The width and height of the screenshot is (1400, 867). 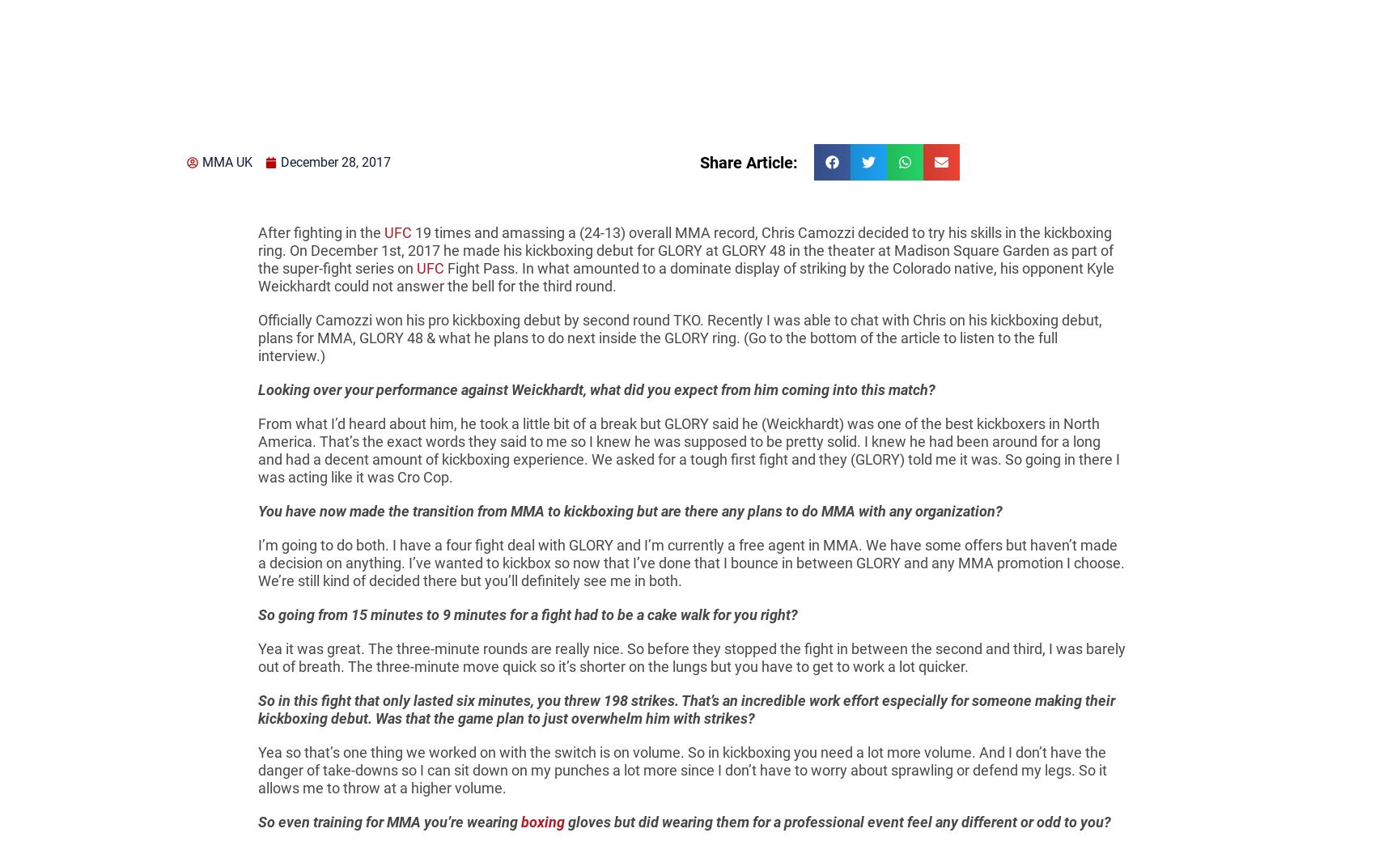 I want to click on 'Yea it was great. The three-minute rounds are really nice. So before they stopped the fight in between the second and third, I was barely out of breath. The three-minute move quick so it’s shorter on the lungs but you have to get to work a lot quicker.', so click(x=690, y=657).